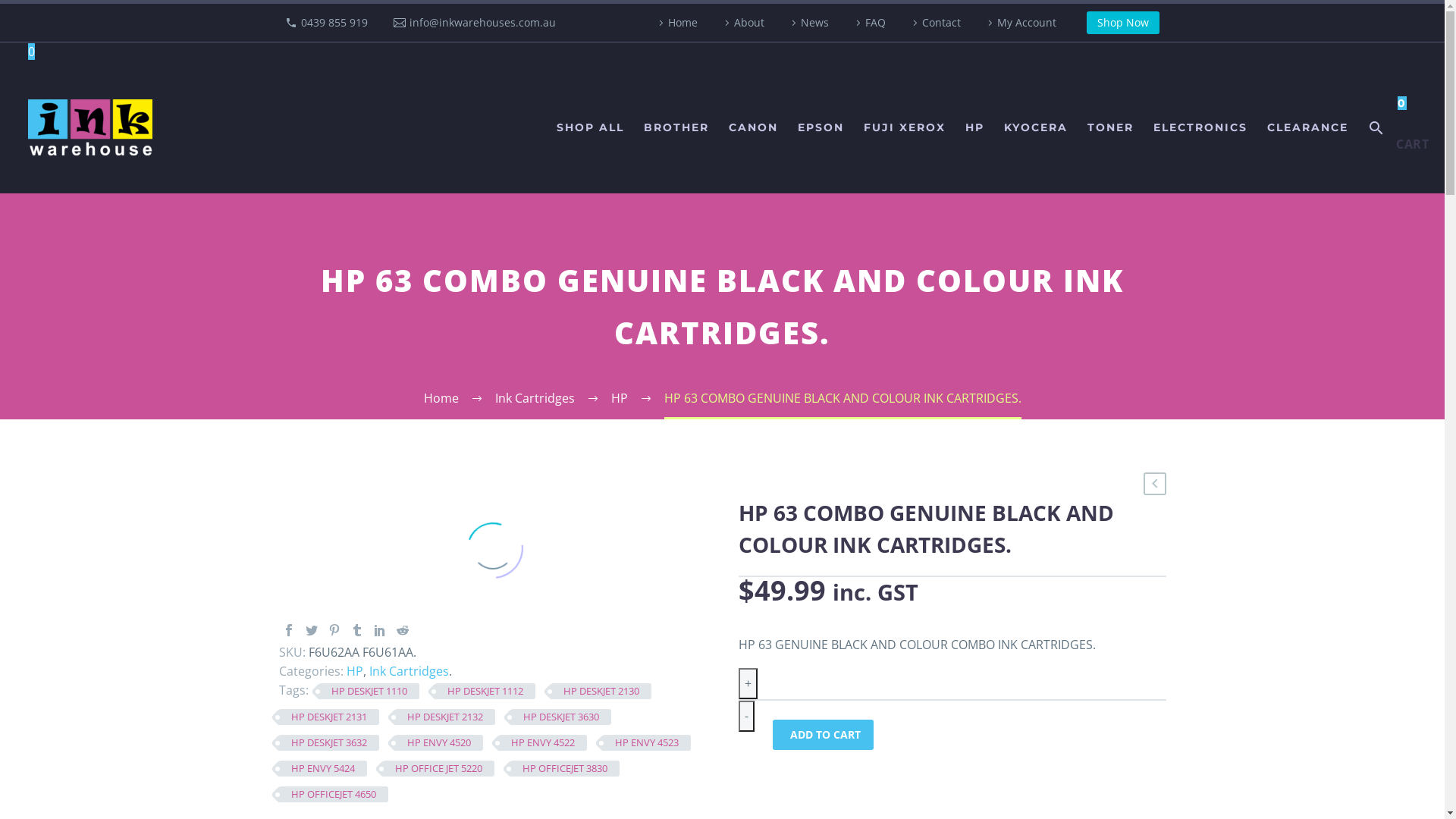 Image resolution: width=1456 pixels, height=819 pixels. What do you see at coordinates (1200, 127) in the screenshot?
I see `'ELECTRONICS'` at bounding box center [1200, 127].